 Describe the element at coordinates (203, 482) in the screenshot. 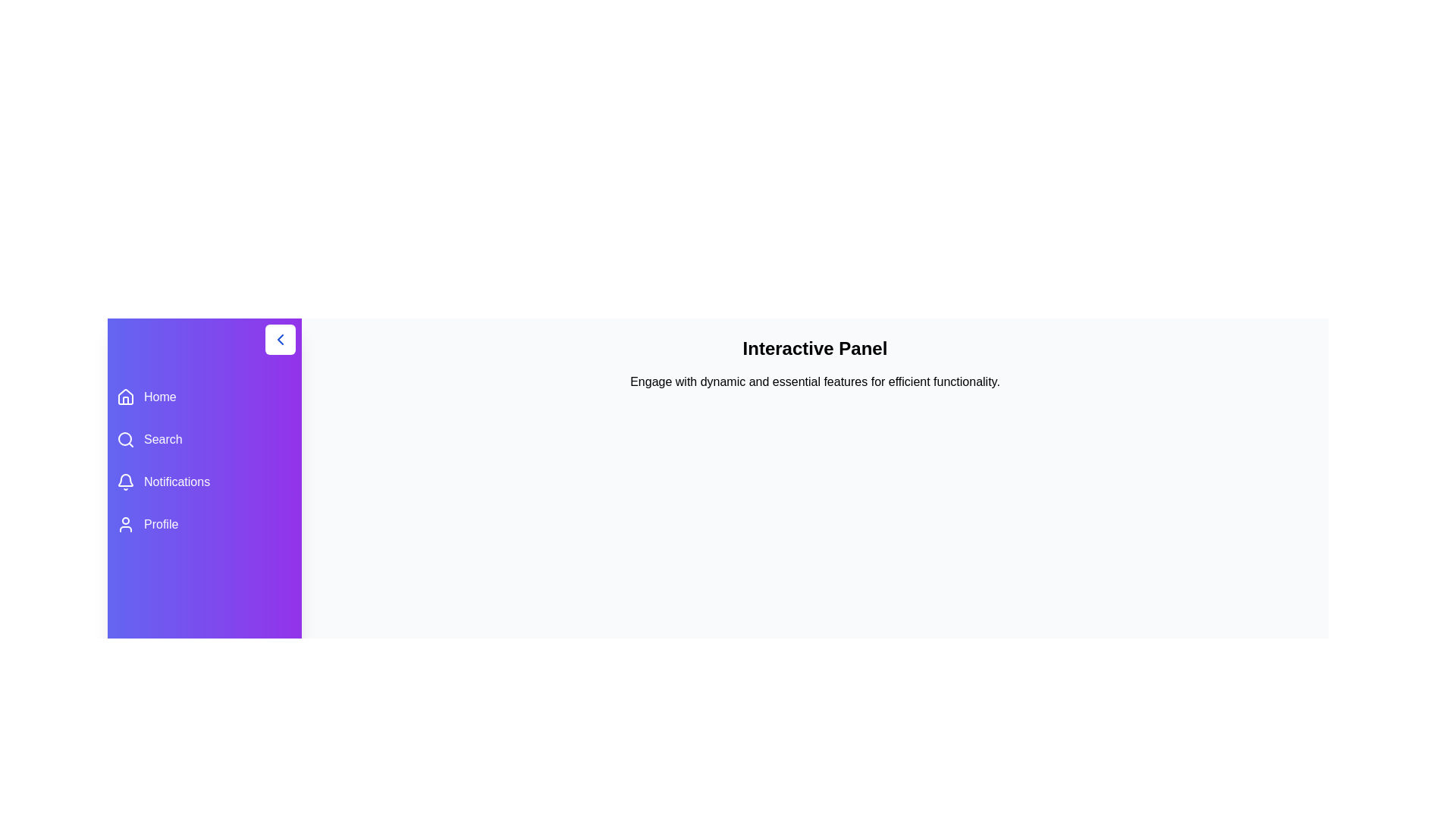

I see `the menu item labeled Notifications` at that location.